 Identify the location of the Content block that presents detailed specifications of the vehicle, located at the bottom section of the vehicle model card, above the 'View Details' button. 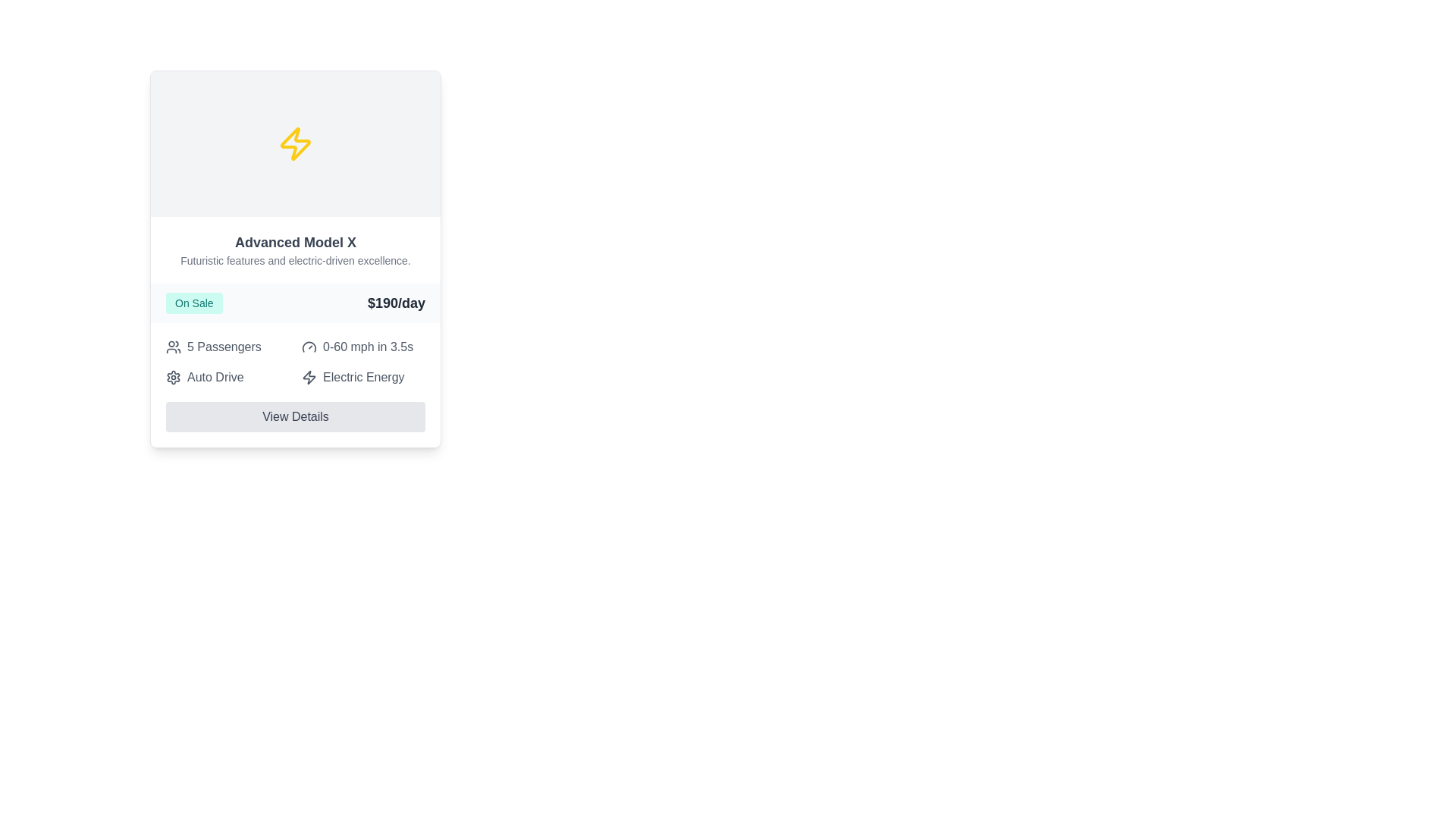
(295, 384).